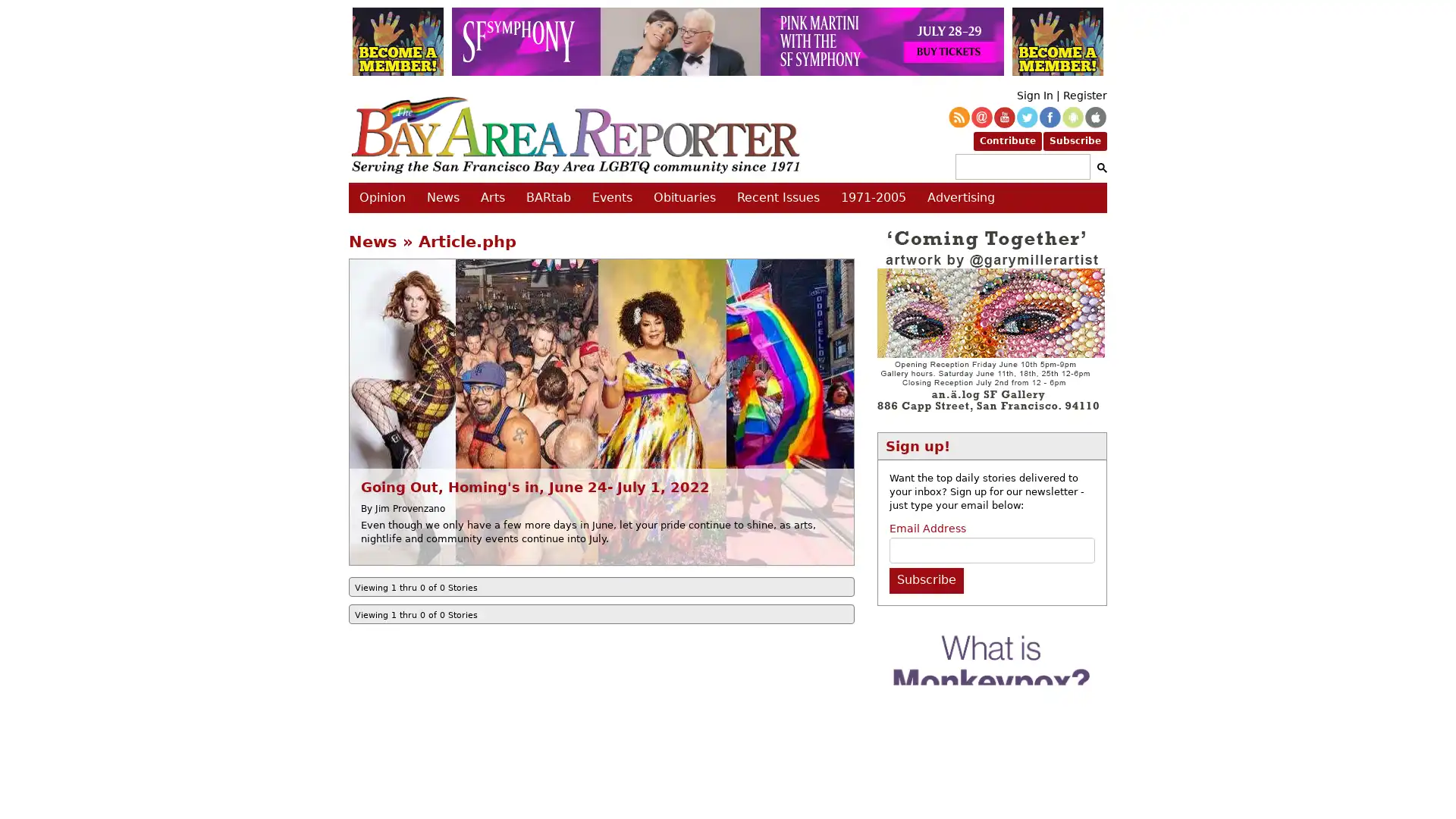 Image resolution: width=1456 pixels, height=819 pixels. Describe the element at coordinates (924, 579) in the screenshot. I see `Subscribe` at that location.